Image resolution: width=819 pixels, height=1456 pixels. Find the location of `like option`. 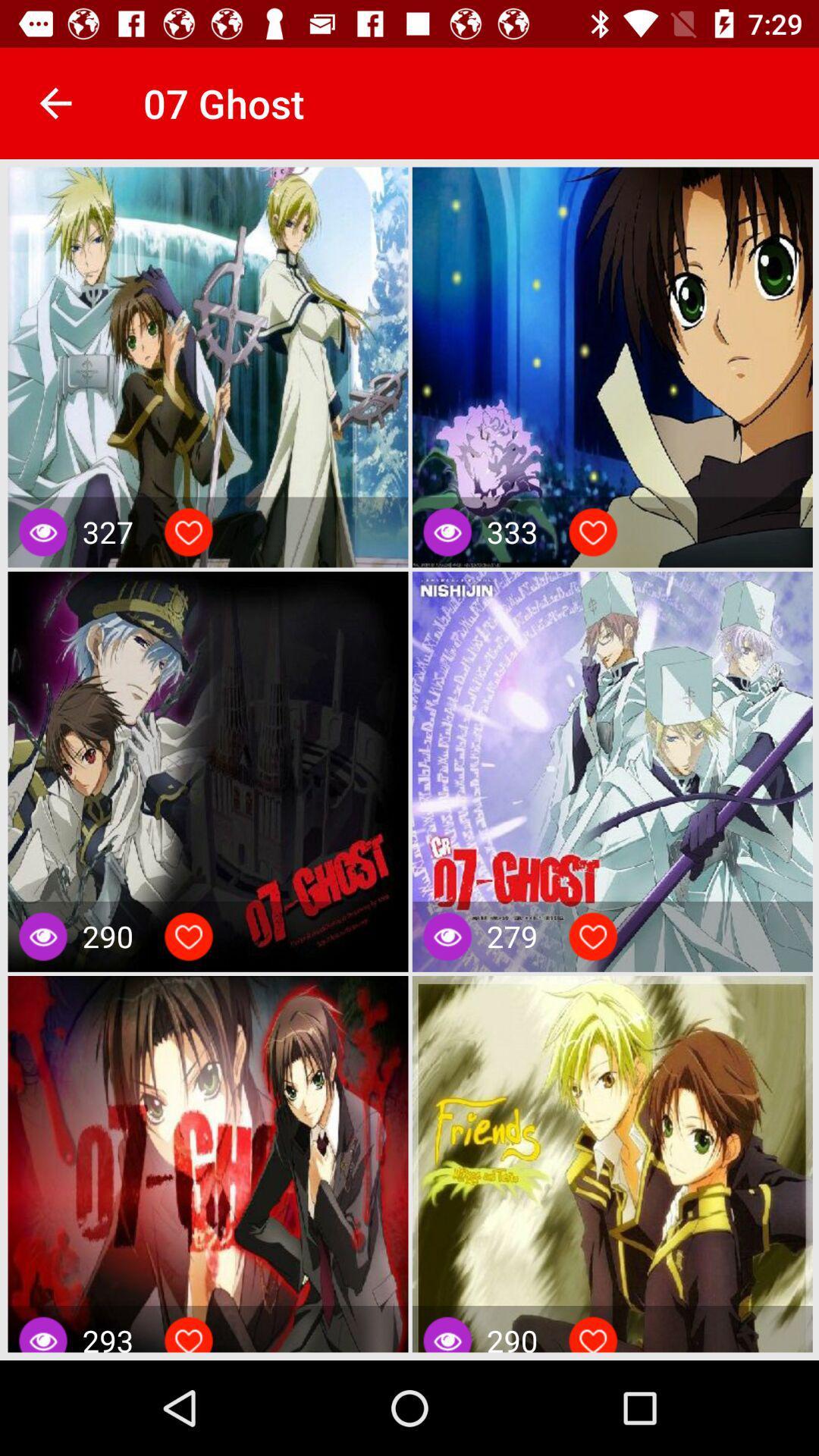

like option is located at coordinates (592, 1338).